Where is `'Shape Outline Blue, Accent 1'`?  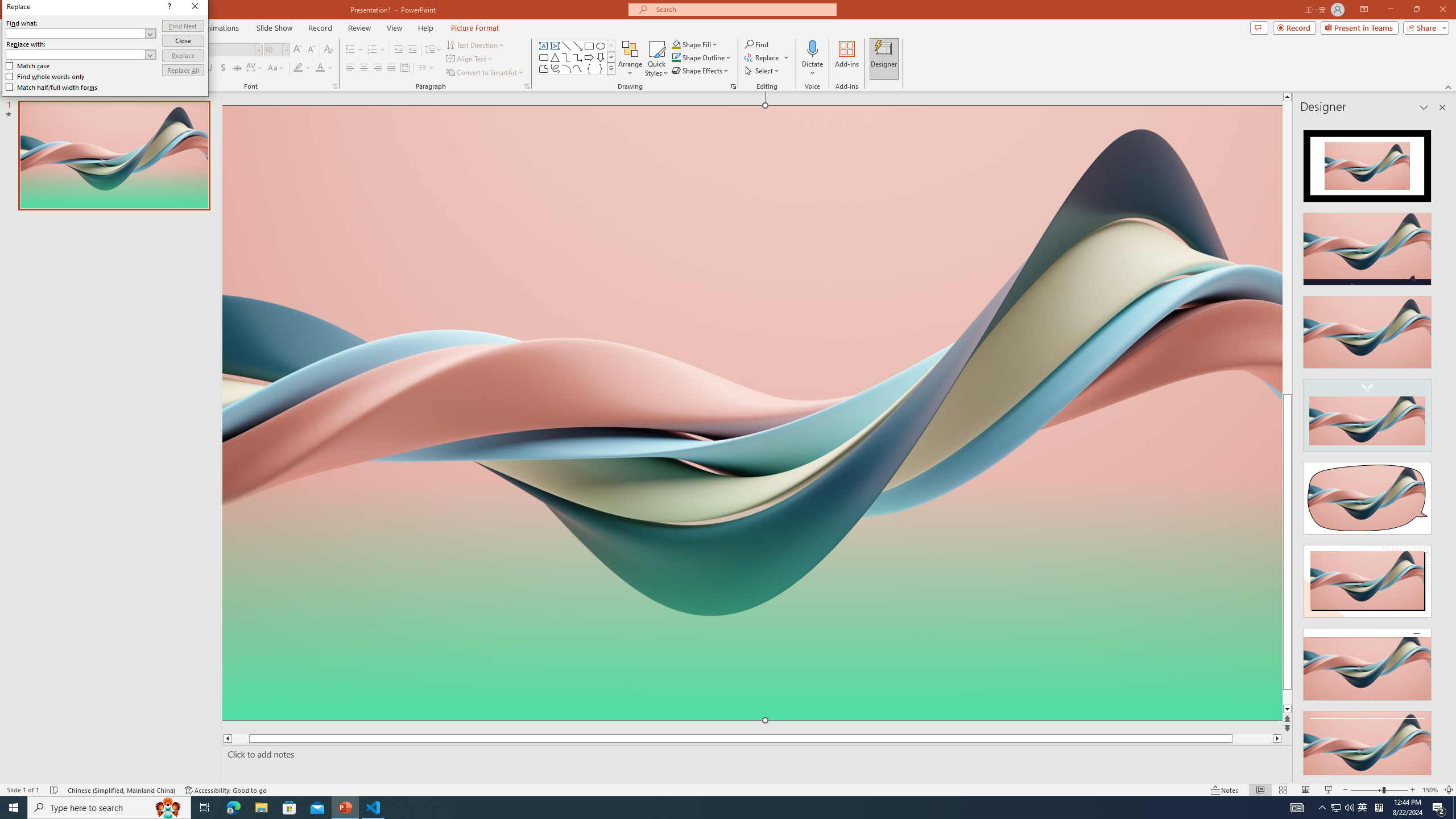
'Shape Outline Blue, Accent 1' is located at coordinates (676, 56).